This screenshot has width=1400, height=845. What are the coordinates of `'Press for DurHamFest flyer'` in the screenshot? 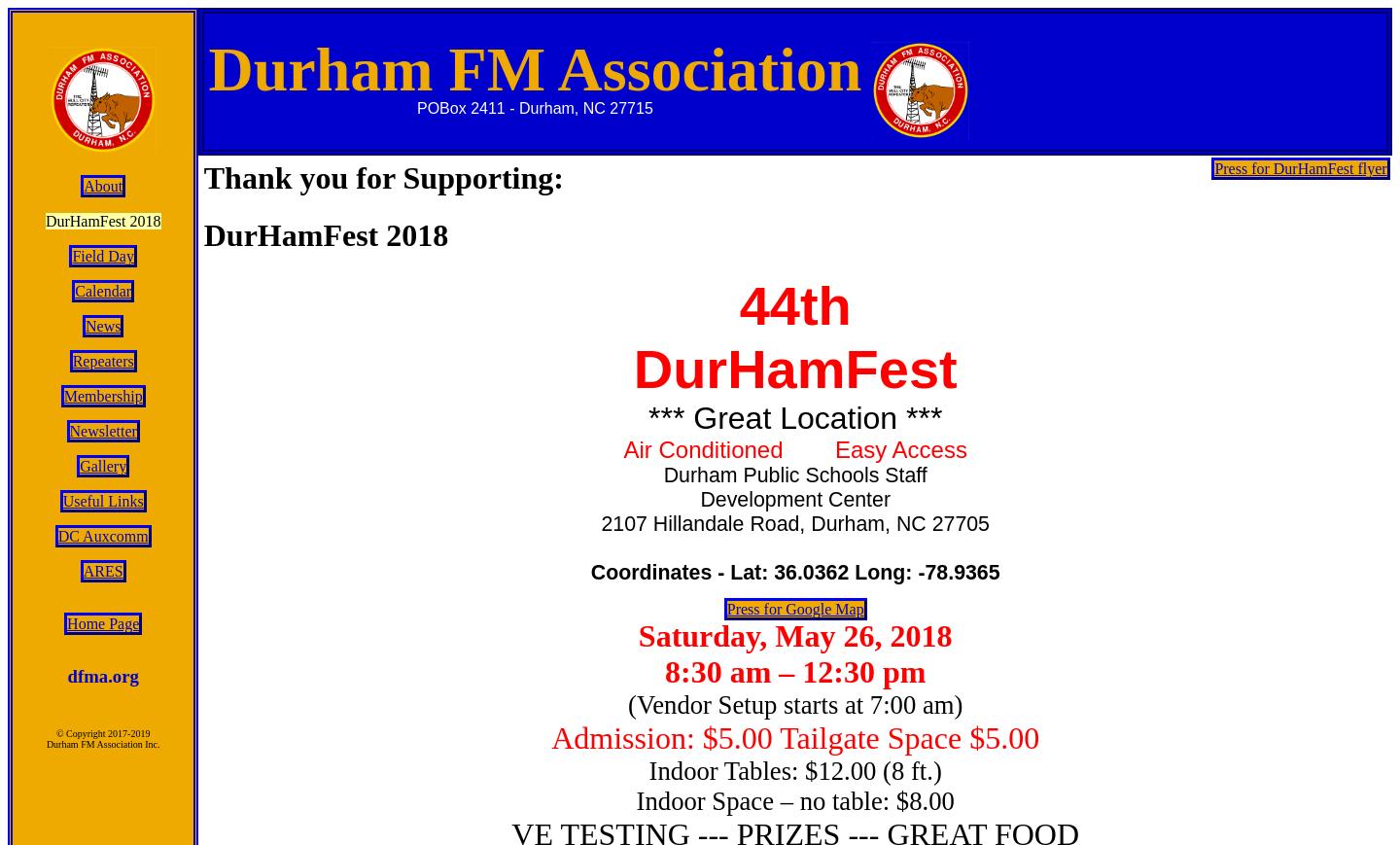 It's located at (1213, 167).